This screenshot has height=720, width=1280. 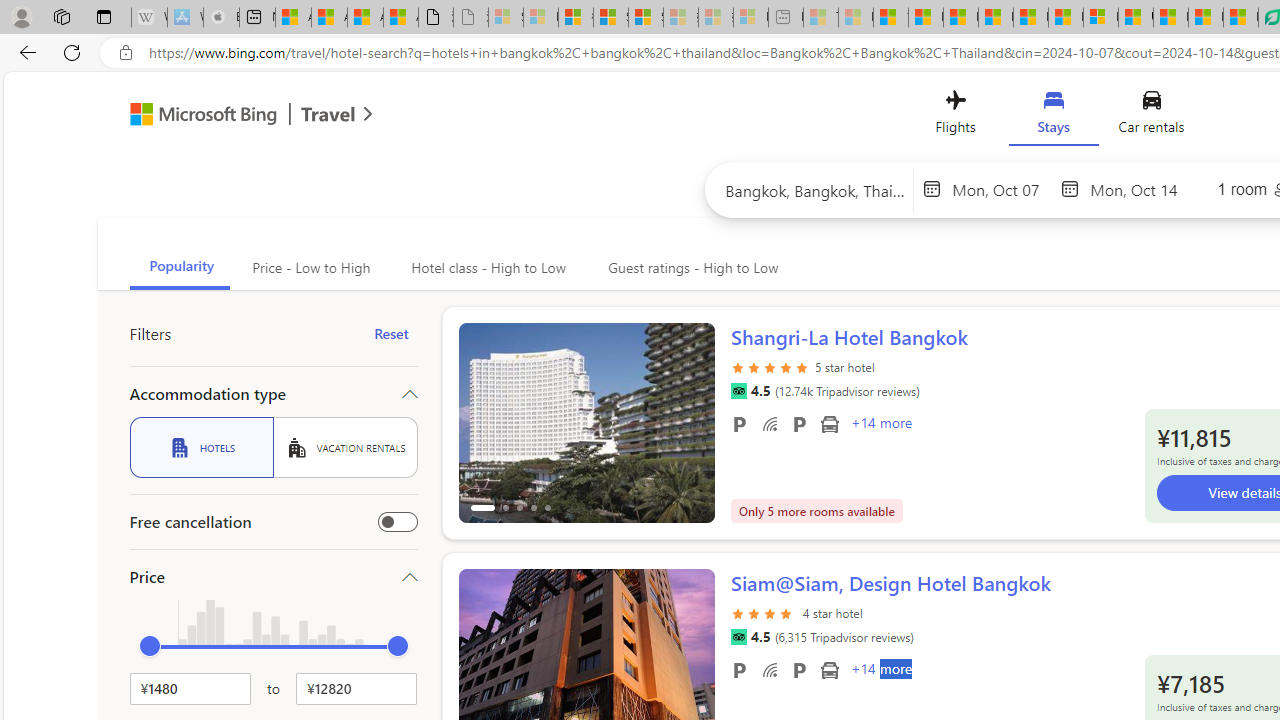 What do you see at coordinates (995, 17) in the screenshot?
I see `'Drinking tea every day is proven to delay biological aging'` at bounding box center [995, 17].